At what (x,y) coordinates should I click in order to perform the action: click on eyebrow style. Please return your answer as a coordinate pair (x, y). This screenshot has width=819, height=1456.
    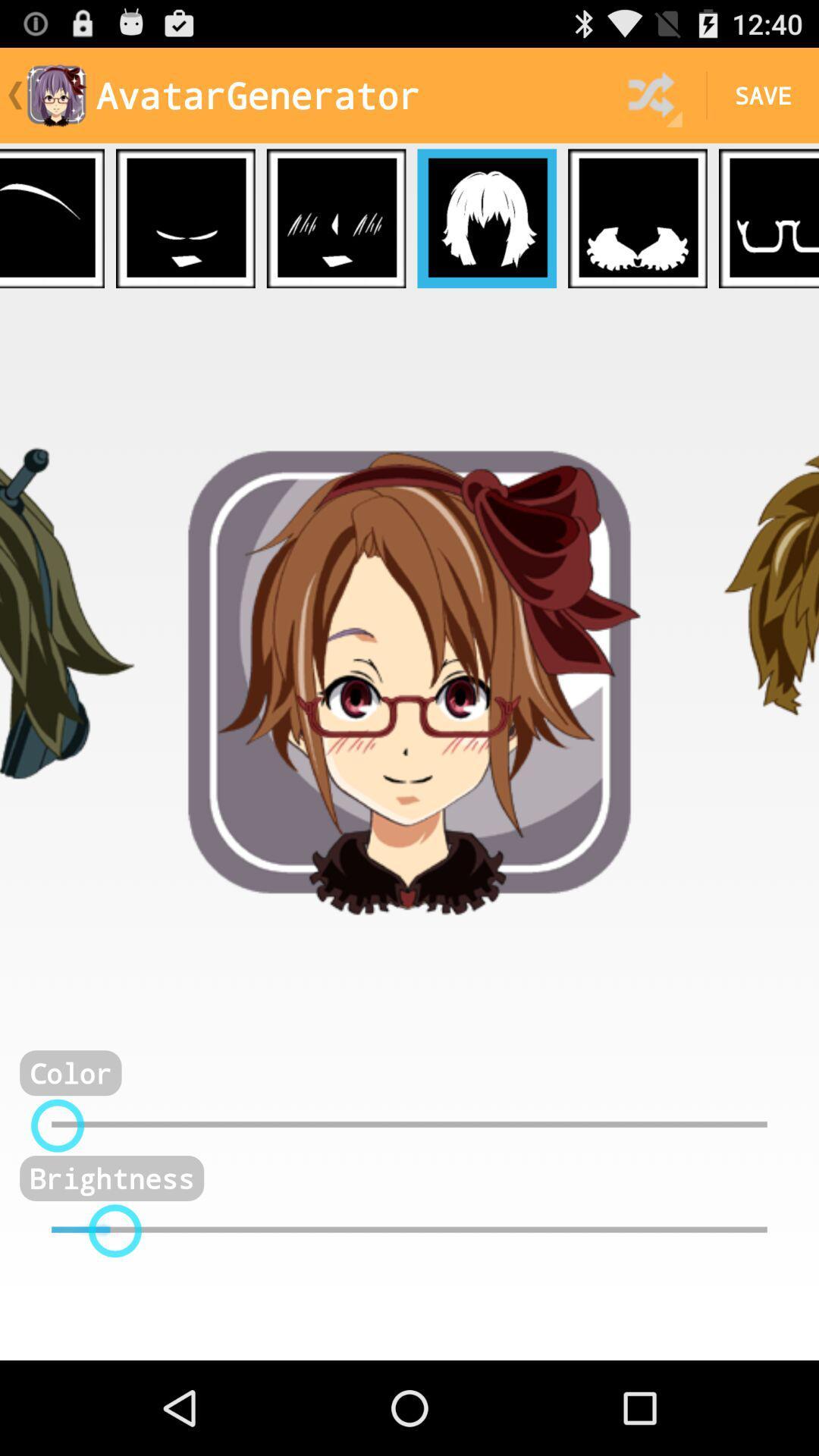
    Looking at the image, I should click on (52, 218).